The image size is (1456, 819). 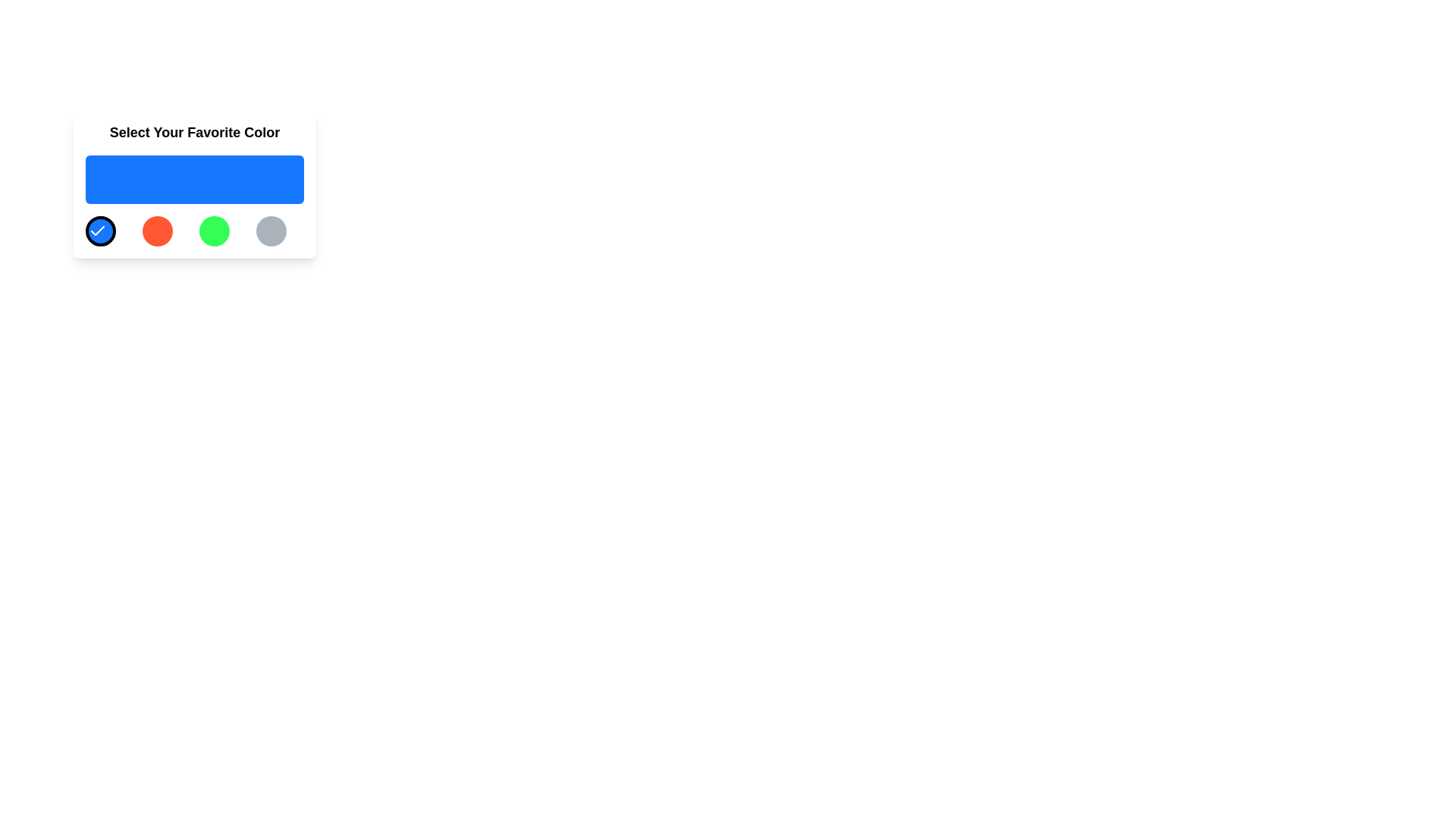 I want to click on the first colored circle button with a blue background and checkmark, so click(x=100, y=231).